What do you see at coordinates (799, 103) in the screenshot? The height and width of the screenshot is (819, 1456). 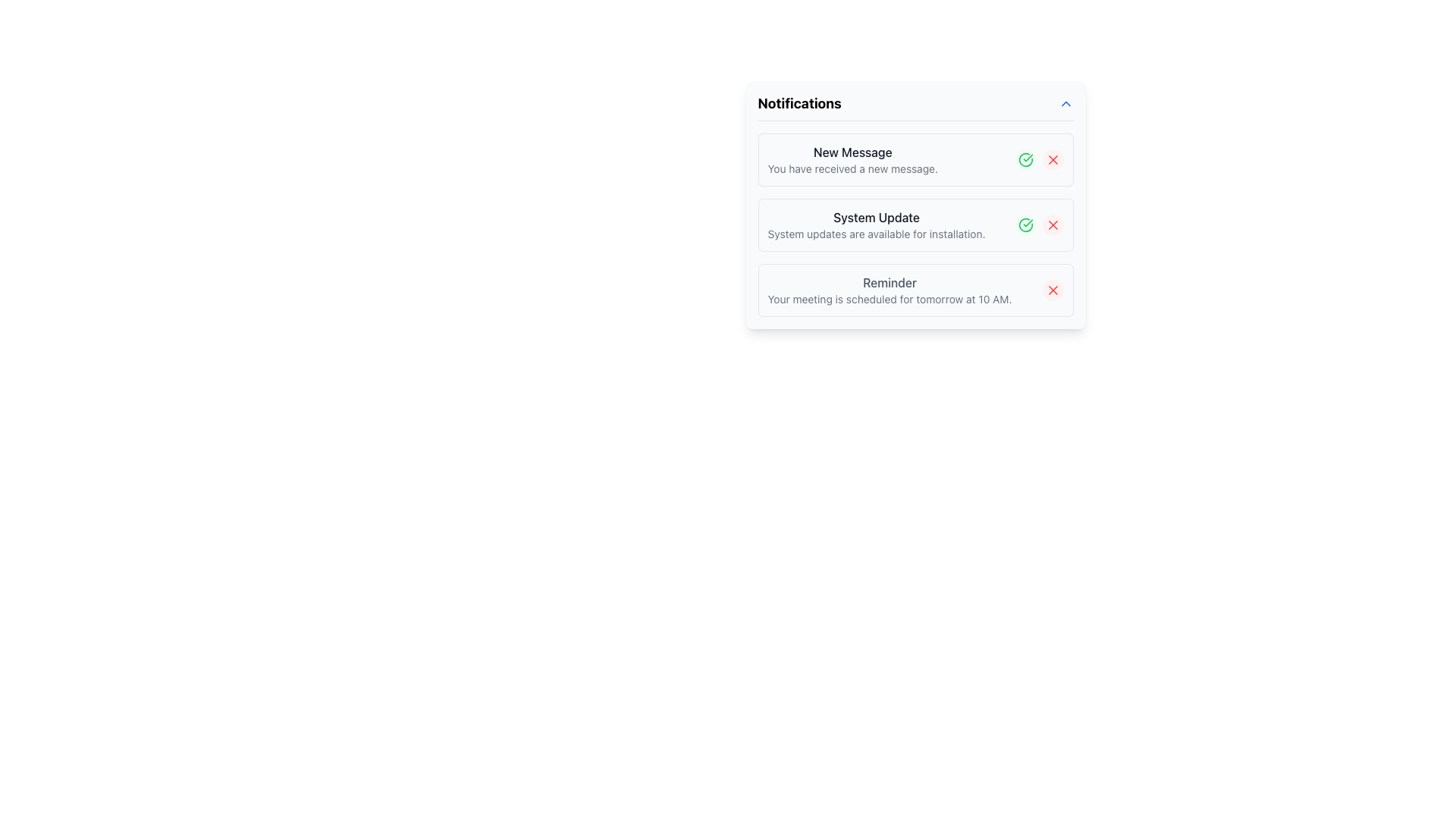 I see `the prominently displayed static text label reading 'Notifications' located at the top-left of the notification panel` at bounding box center [799, 103].